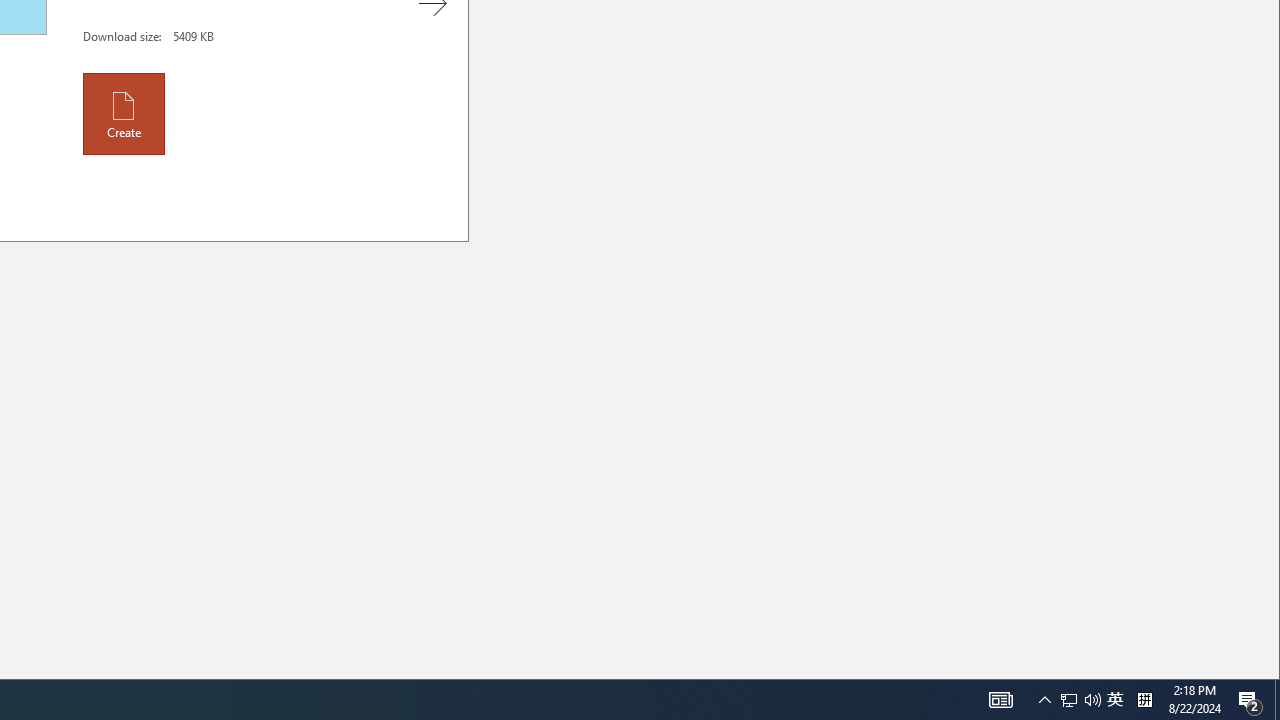 Image resolution: width=1280 pixels, height=720 pixels. Describe the element at coordinates (123, 113) in the screenshot. I see `'Create'` at that location.